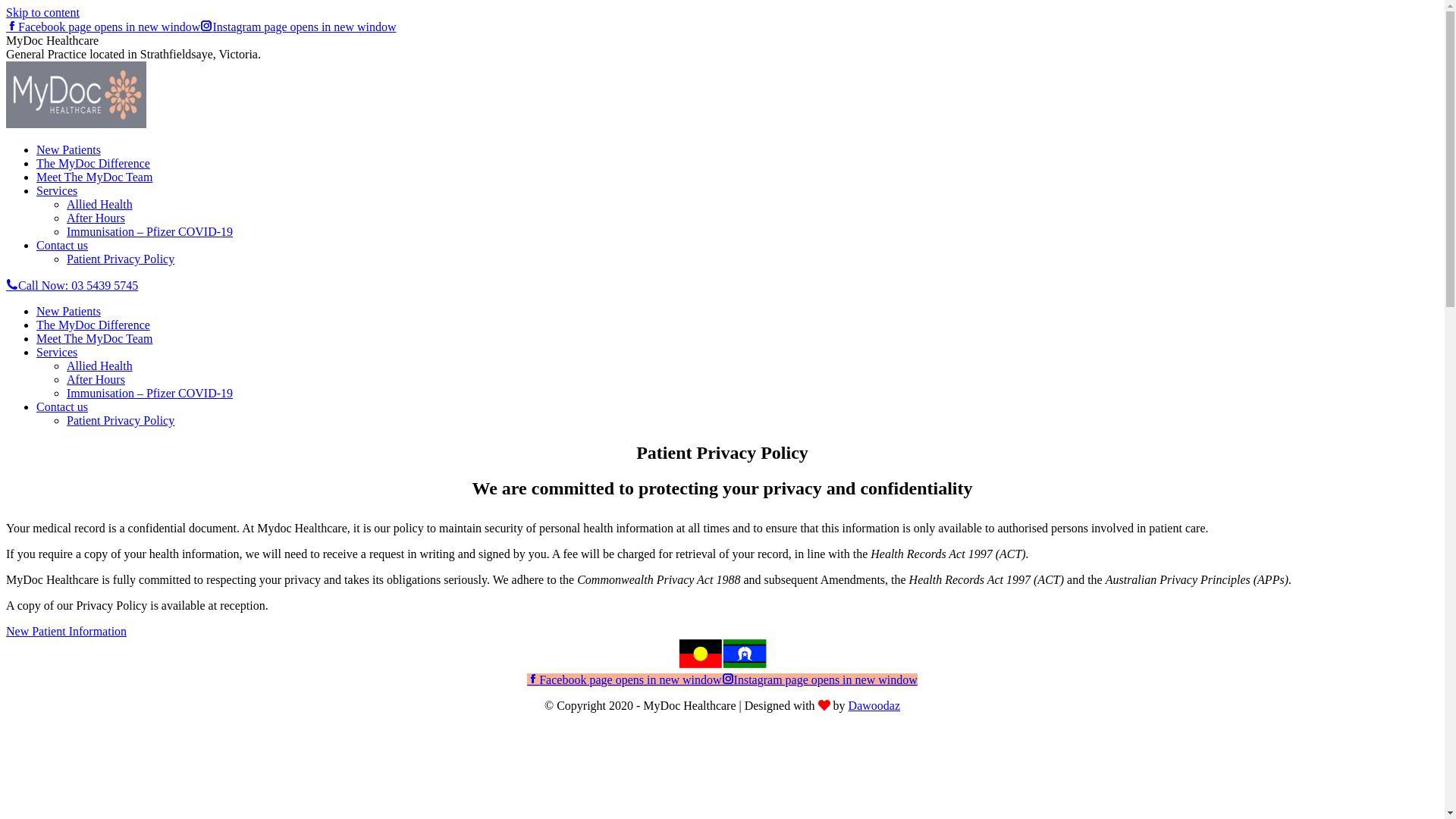  I want to click on 'Skip to content', so click(42, 12).